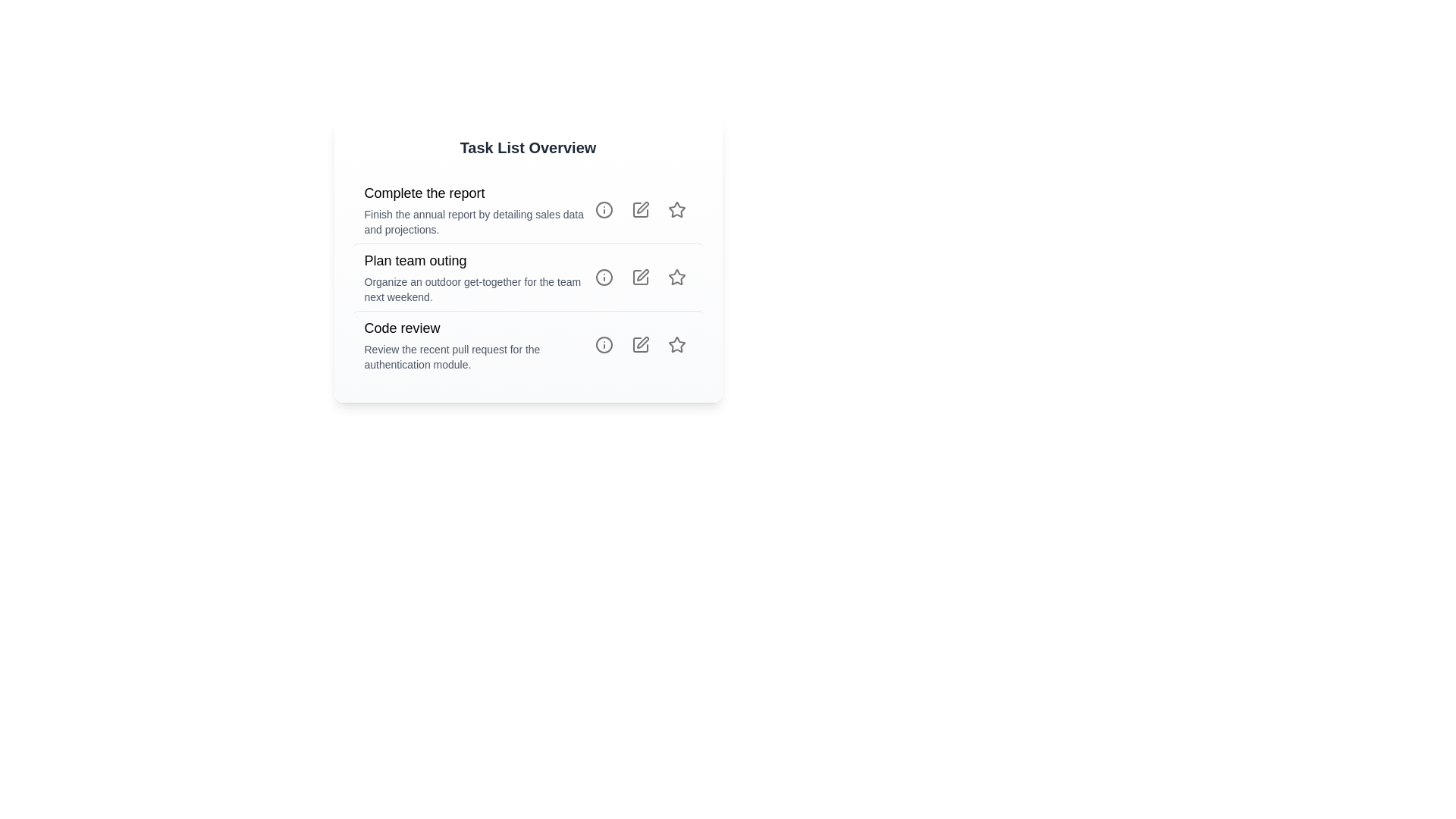  Describe the element at coordinates (676, 345) in the screenshot. I see `the star-shaped icon with a hollow center and gray outline located at the far right end of the third row in the task list` at that location.